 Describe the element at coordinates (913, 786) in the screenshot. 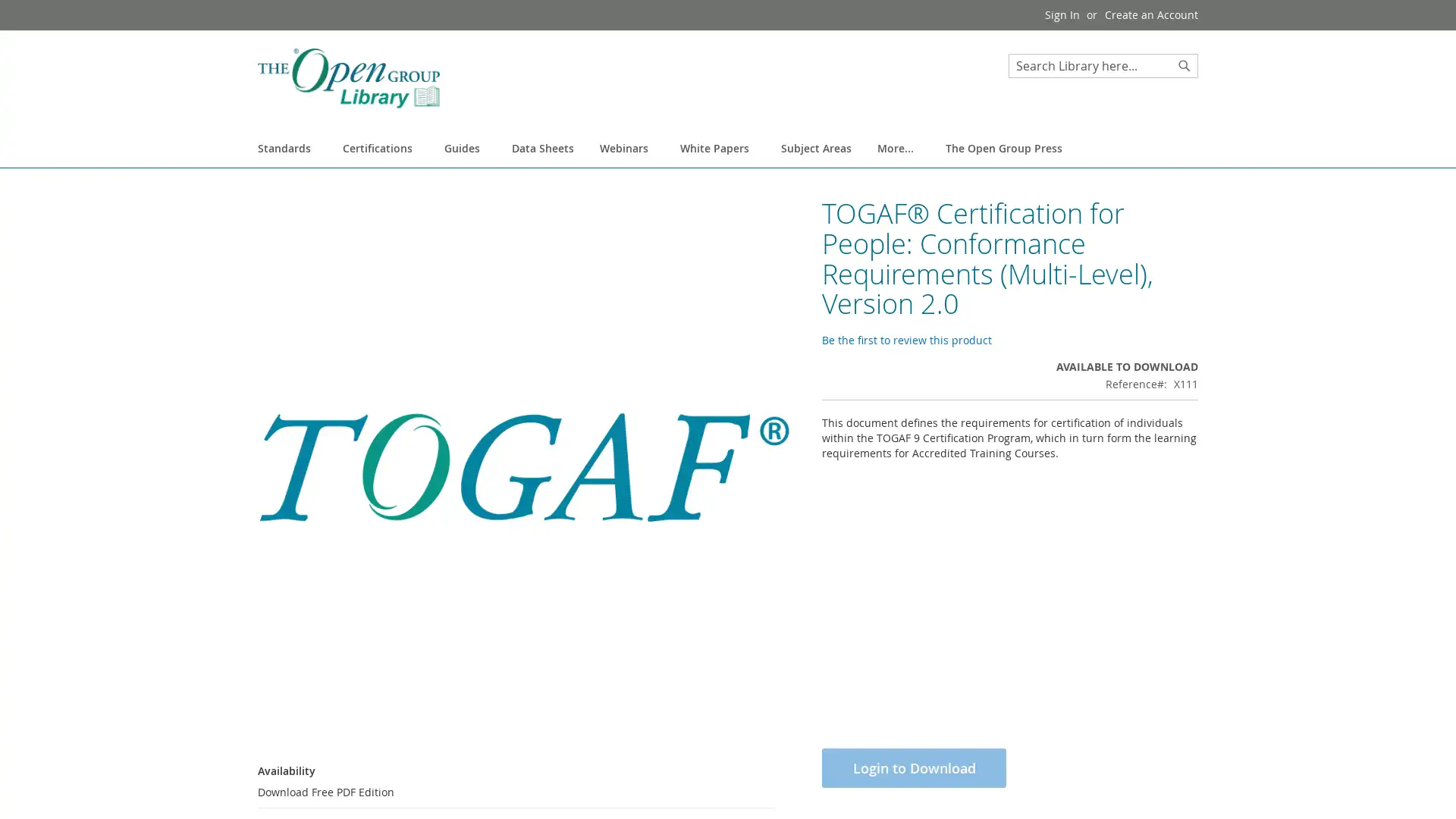

I see `Login to Download` at that location.